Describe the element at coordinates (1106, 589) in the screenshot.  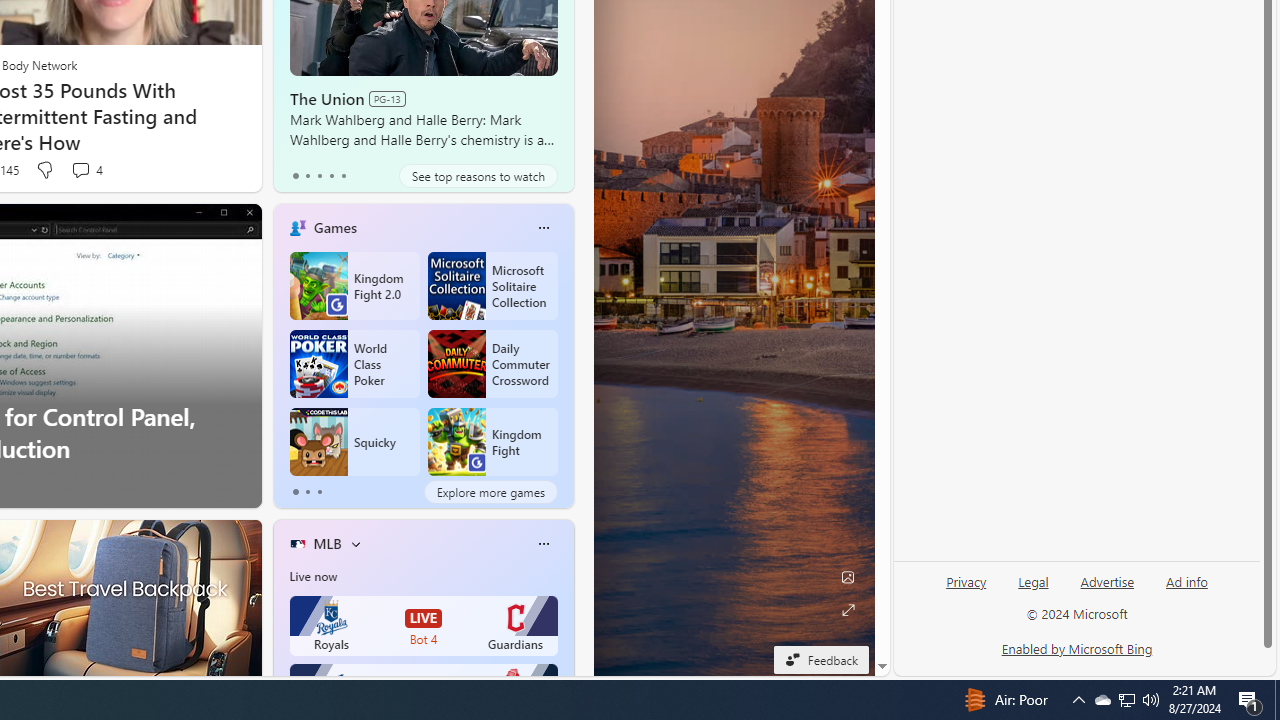
I see `'Advertise'` at that location.